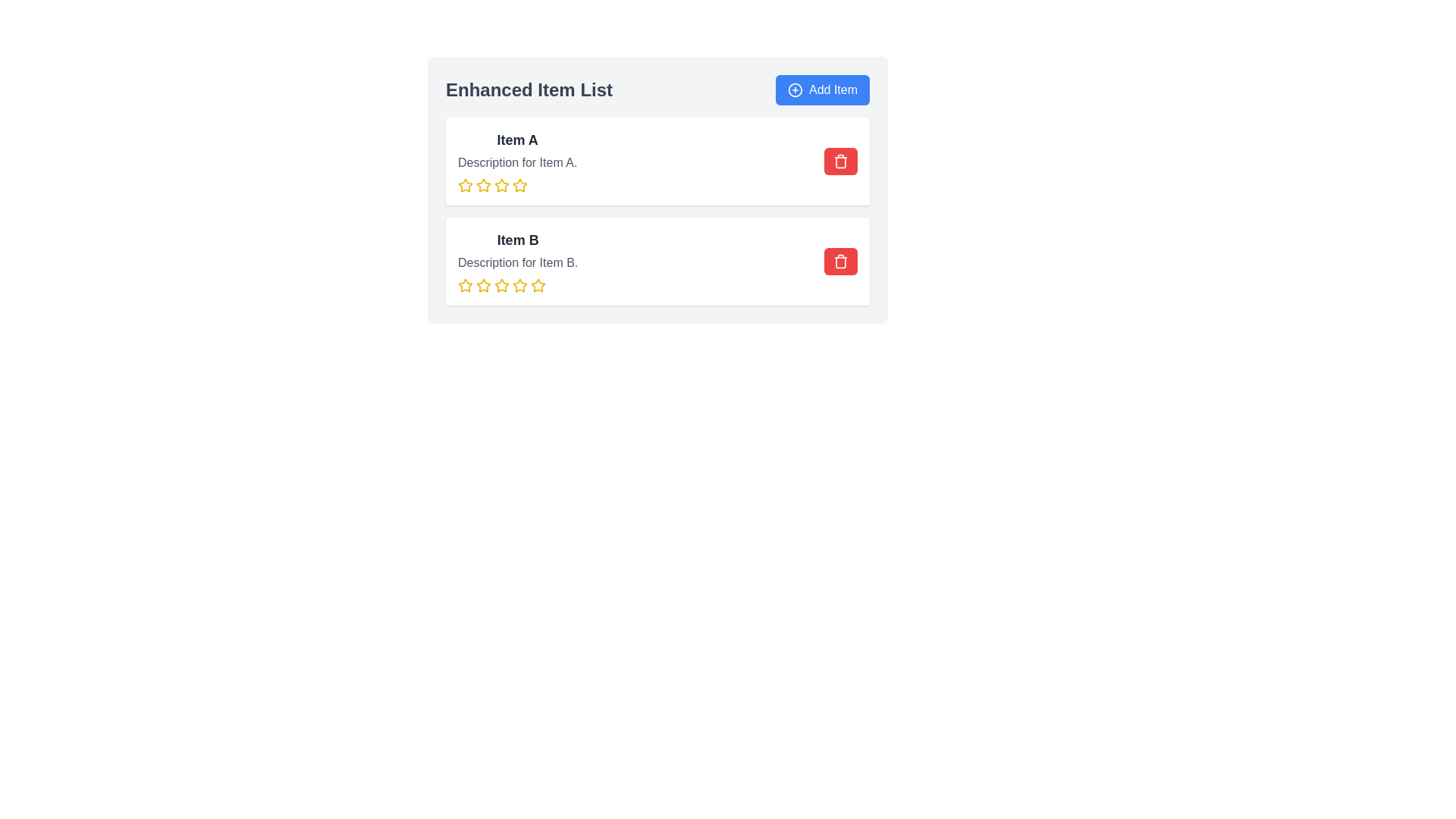 The image size is (1456, 819). I want to click on the fourth star icon in the rating system under 'Item B', so click(520, 285).